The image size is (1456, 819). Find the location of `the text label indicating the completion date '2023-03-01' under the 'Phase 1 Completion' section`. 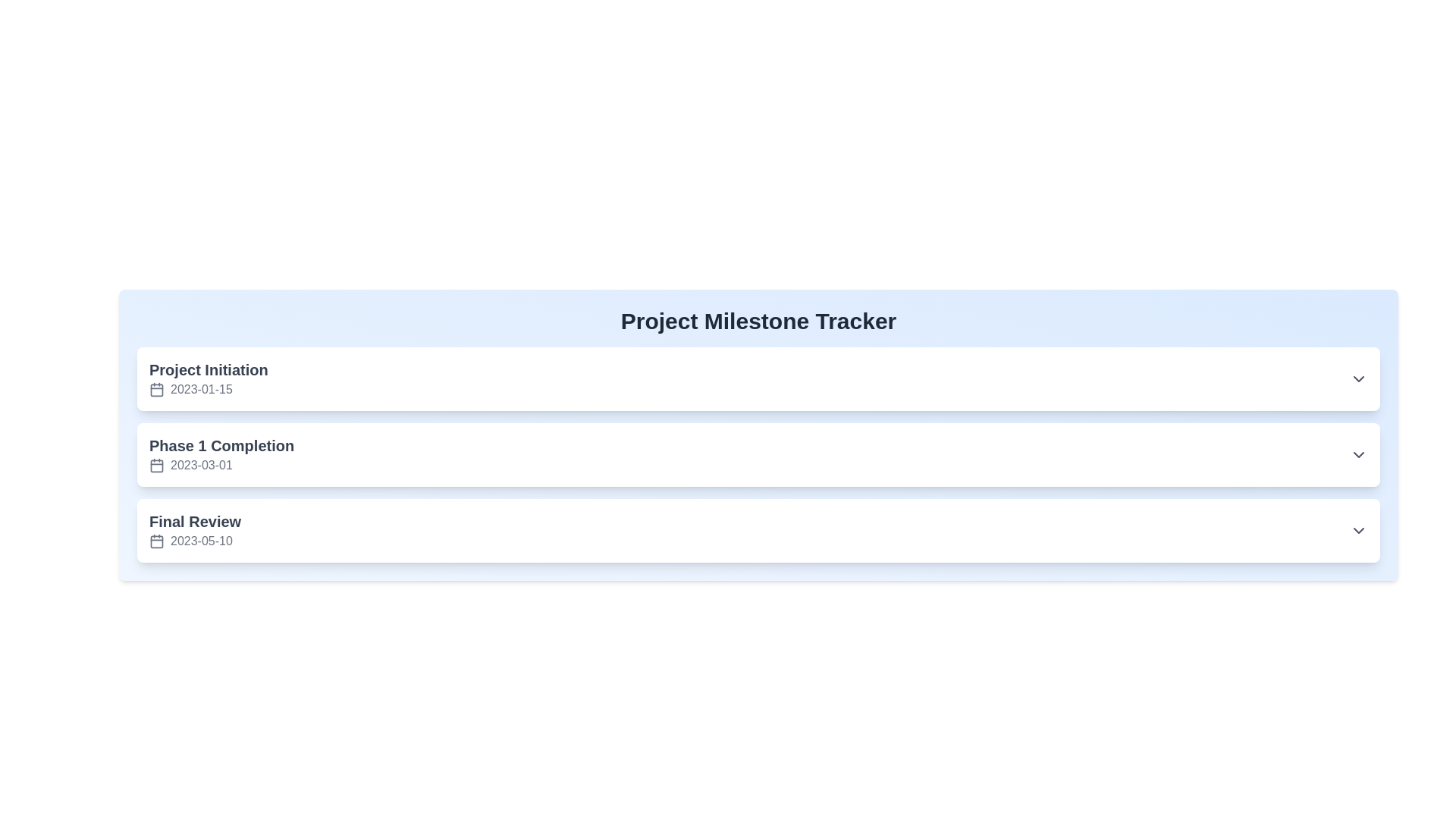

the text label indicating the completion date '2023-03-01' under the 'Phase 1 Completion' section is located at coordinates (221, 464).